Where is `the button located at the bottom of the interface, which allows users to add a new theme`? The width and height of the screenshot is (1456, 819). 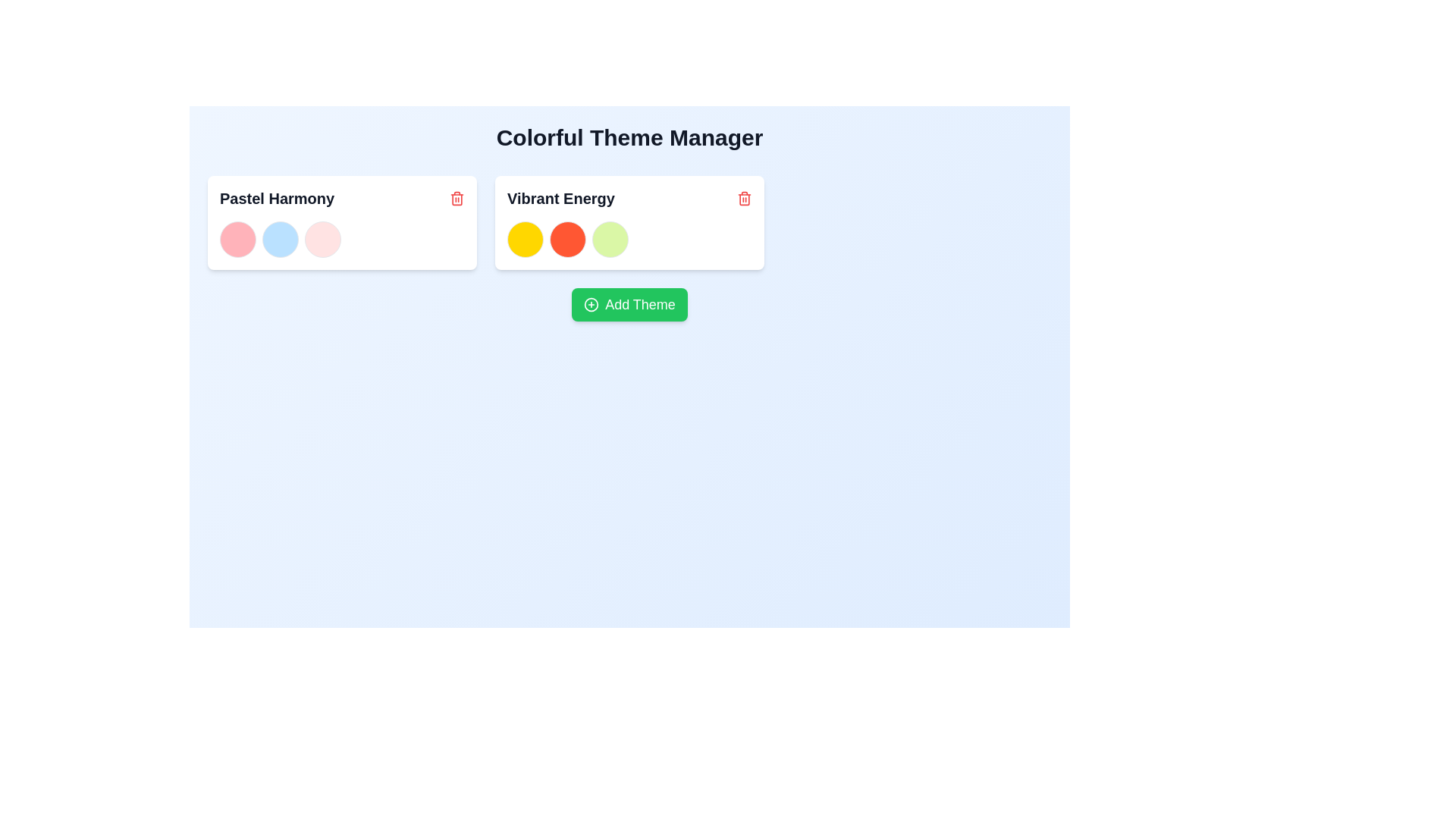 the button located at the bottom of the interface, which allows users to add a new theme is located at coordinates (629, 304).